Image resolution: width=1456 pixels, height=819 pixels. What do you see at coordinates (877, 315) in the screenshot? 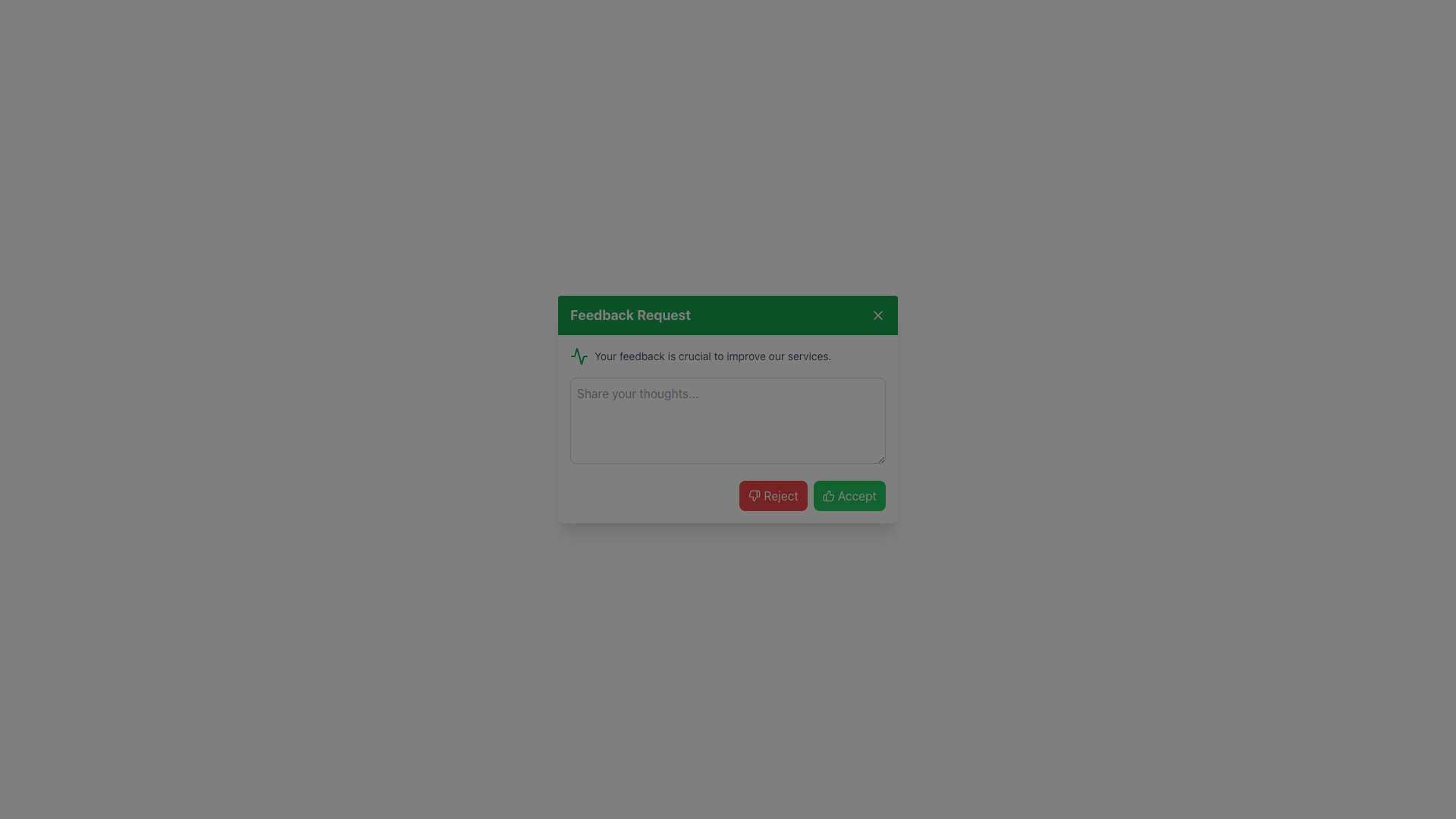
I see `the close button located at the far-right end of the header section in the 'Feedback Request' modal` at bounding box center [877, 315].